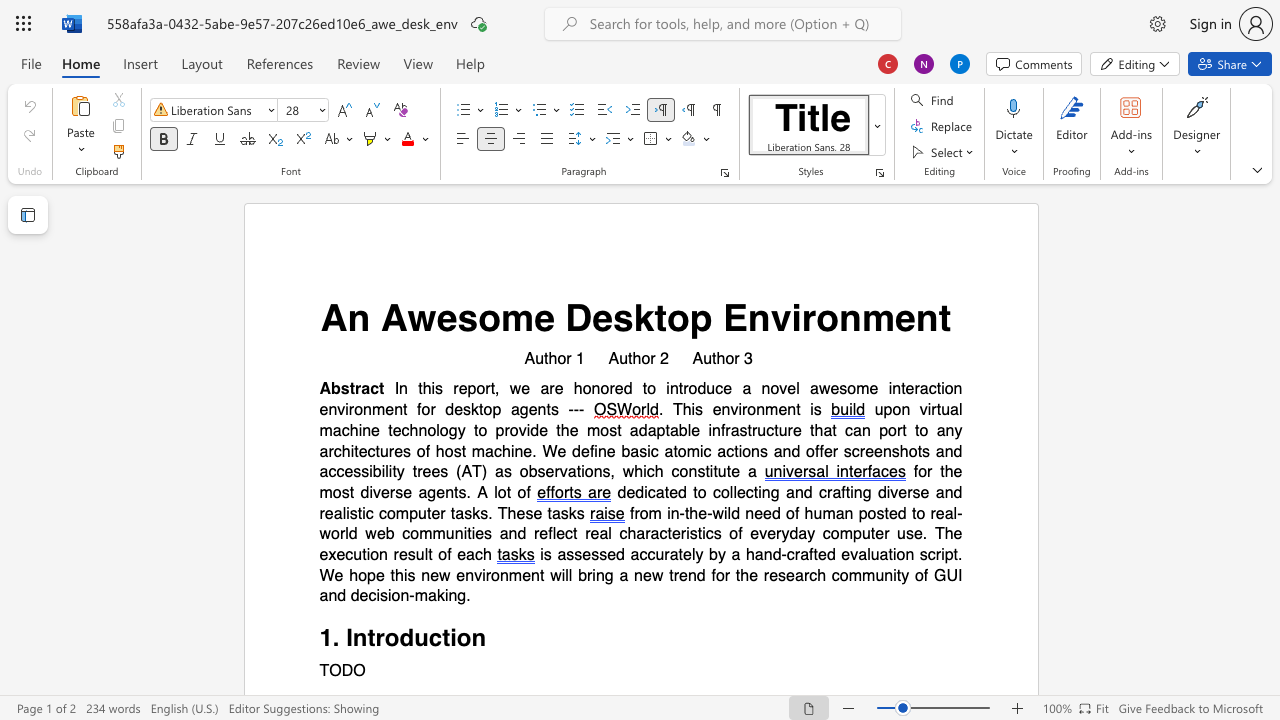 The height and width of the screenshot is (720, 1280). Describe the element at coordinates (438, 575) in the screenshot. I see `the subset text "w envi" within the text "new environment"` at that location.